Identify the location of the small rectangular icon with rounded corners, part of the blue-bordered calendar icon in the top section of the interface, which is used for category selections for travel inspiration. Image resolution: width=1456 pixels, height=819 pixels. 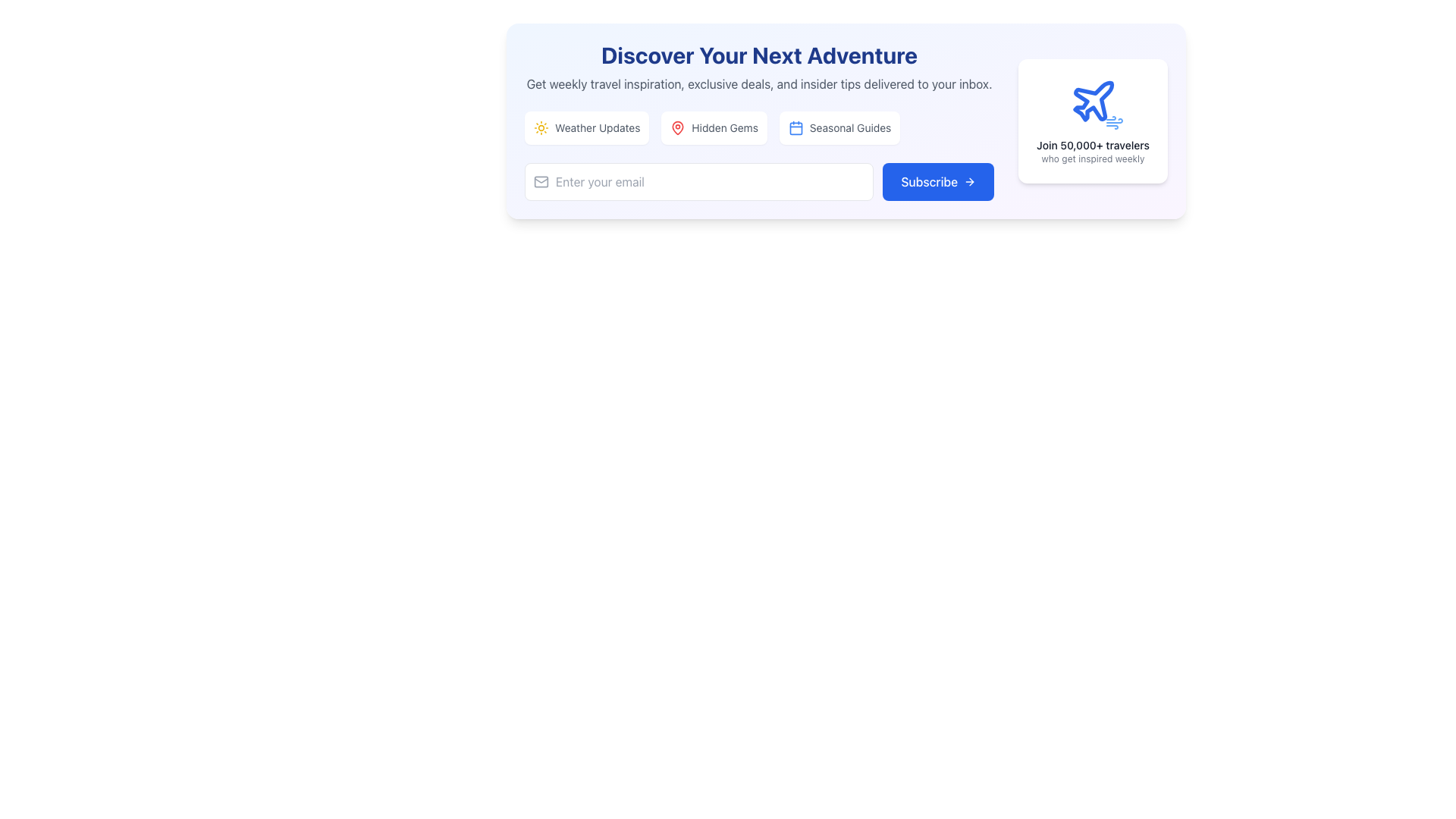
(795, 127).